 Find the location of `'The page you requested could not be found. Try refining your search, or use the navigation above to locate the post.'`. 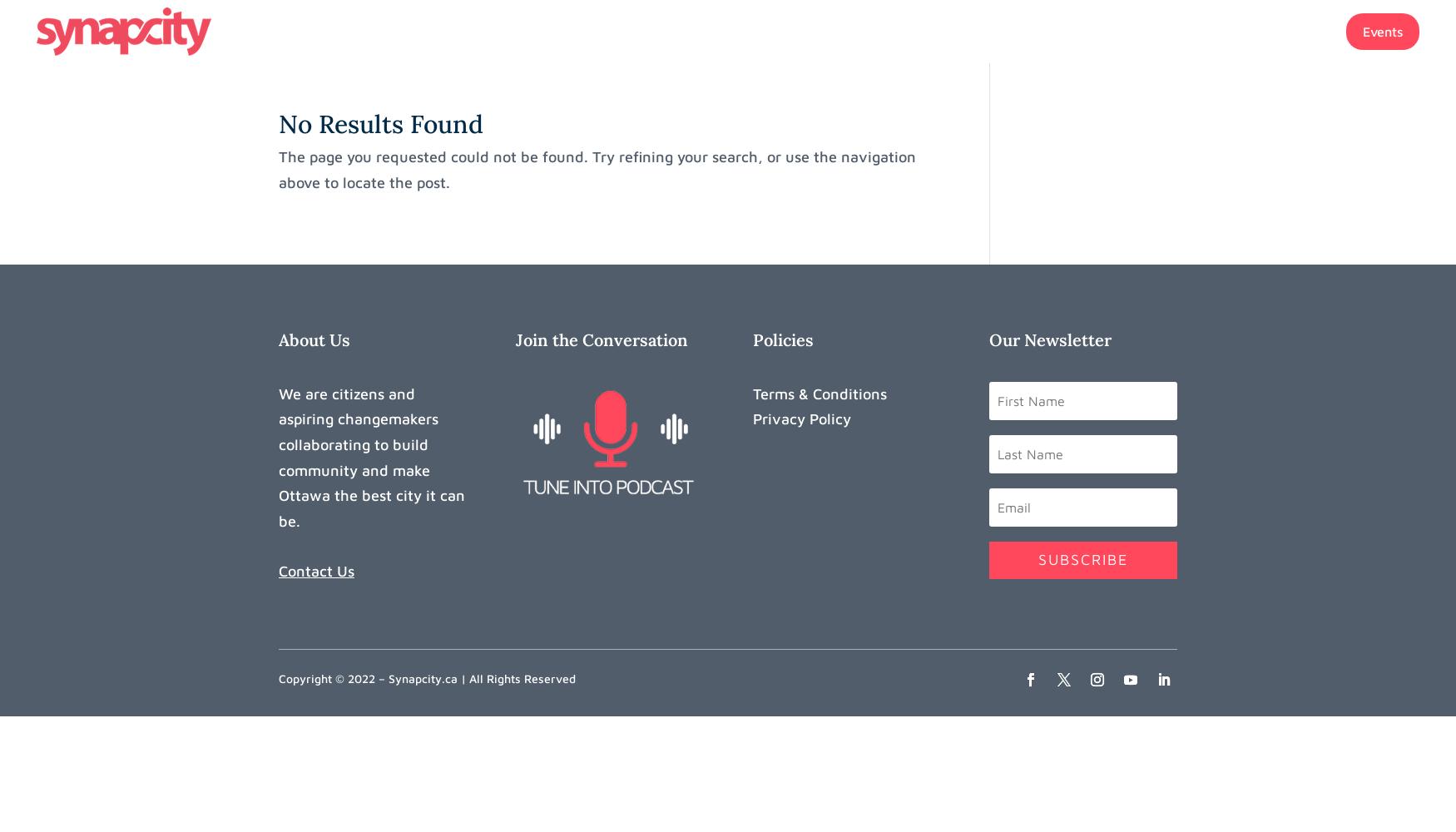

'The page you requested could not be found. Try refining your search, or use the navigation above to locate the post.' is located at coordinates (278, 168).